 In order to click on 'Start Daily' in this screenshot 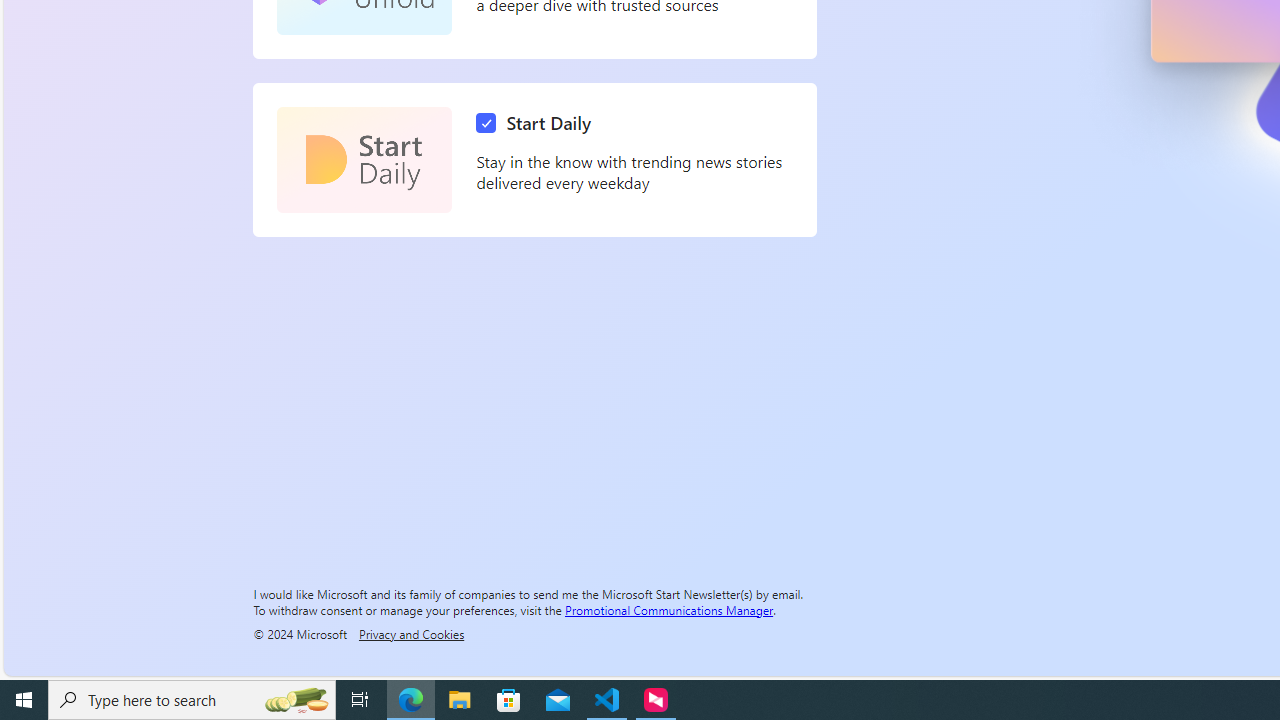, I will do `click(538, 123)`.